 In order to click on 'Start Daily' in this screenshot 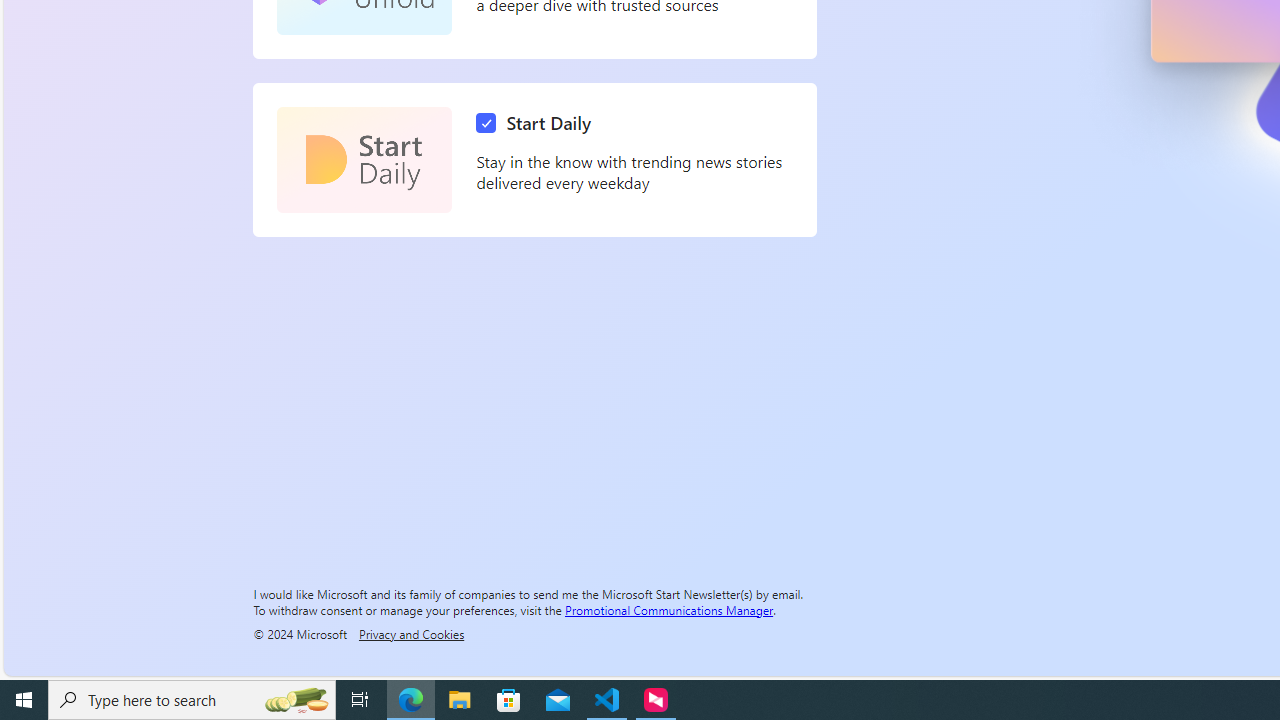, I will do `click(538, 123)`.